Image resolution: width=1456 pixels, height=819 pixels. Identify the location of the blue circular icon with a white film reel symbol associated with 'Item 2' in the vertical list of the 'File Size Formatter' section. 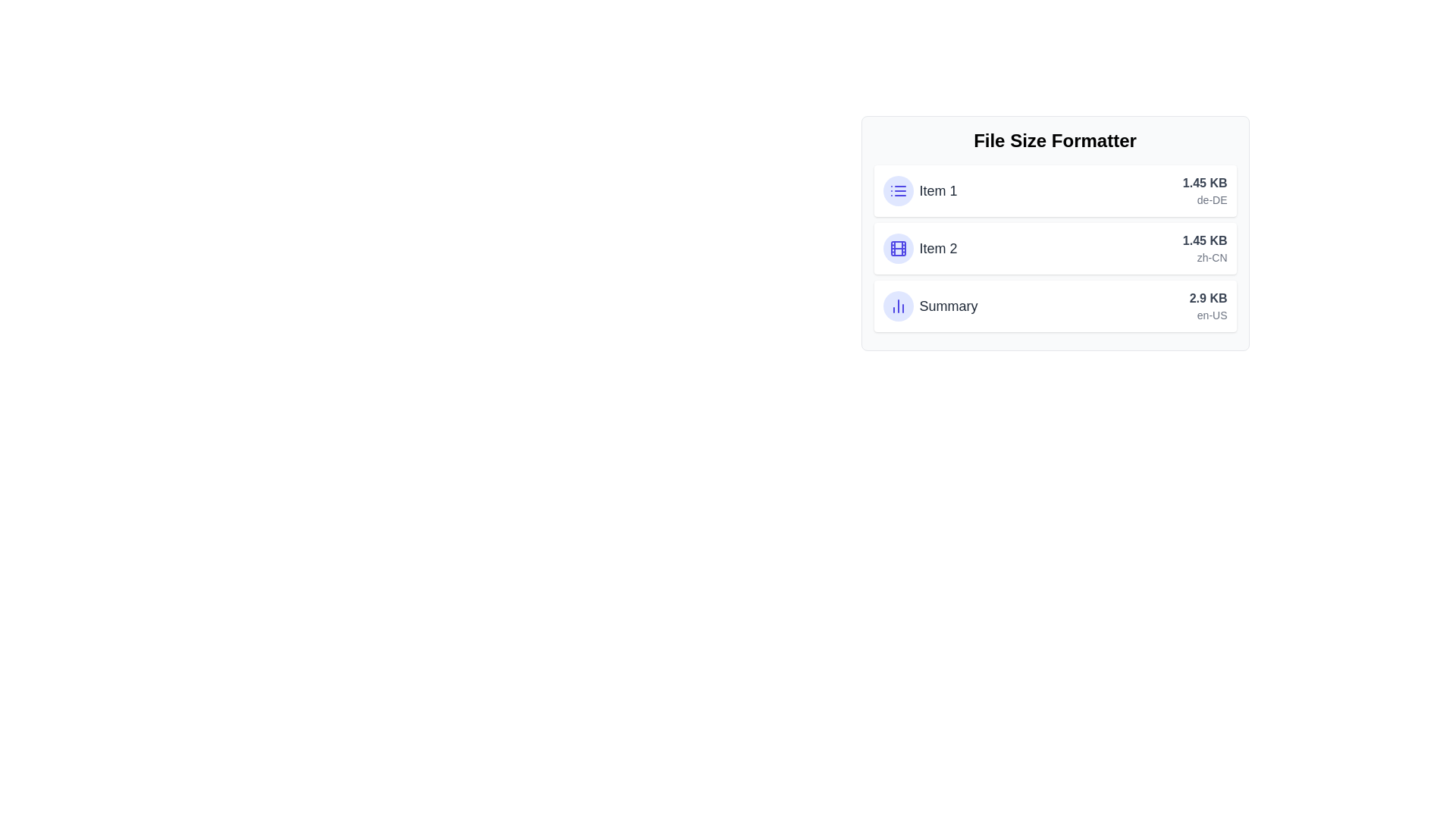
(919, 247).